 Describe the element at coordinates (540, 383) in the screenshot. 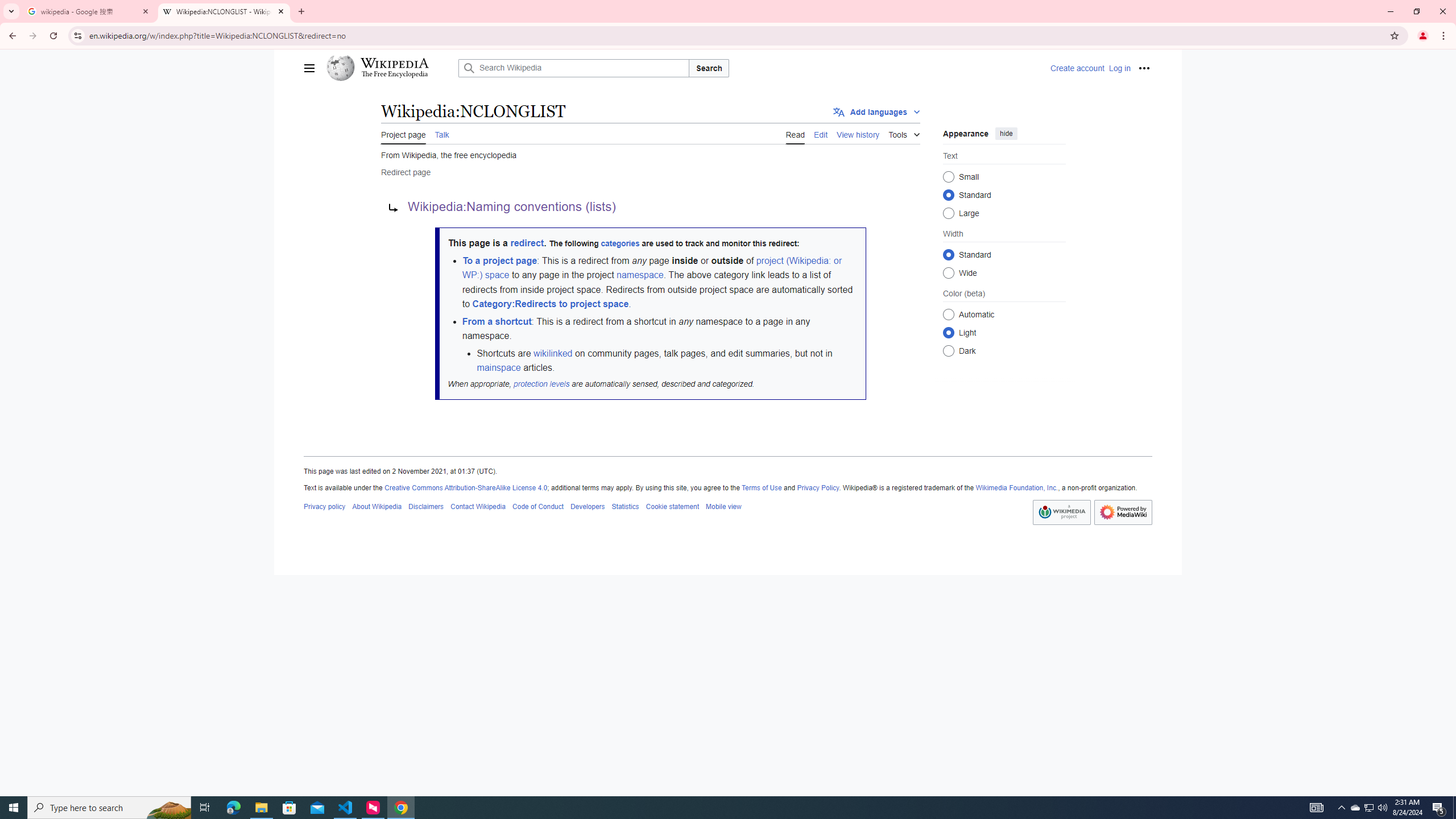

I see `'protection levels'` at that location.